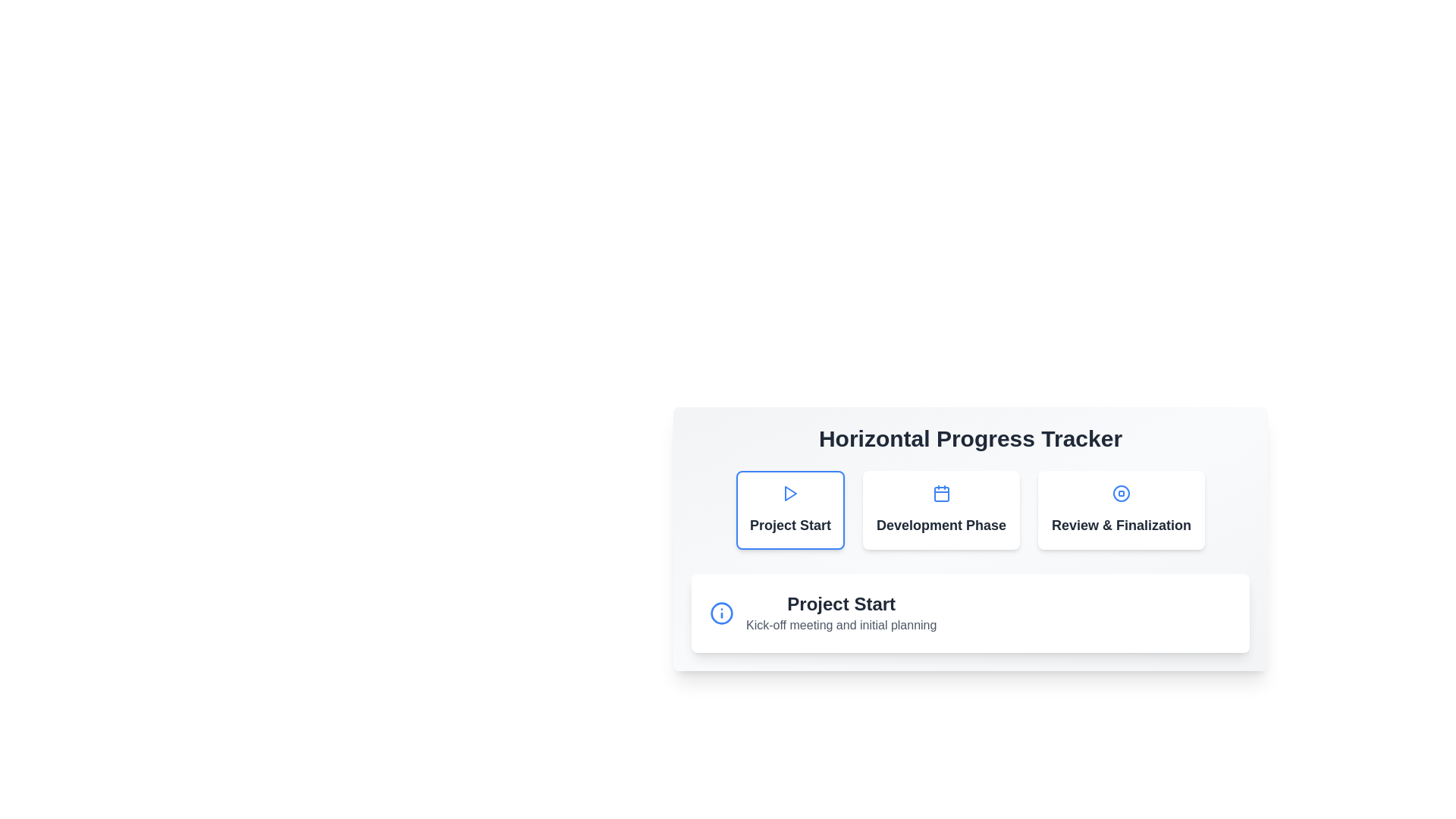 This screenshot has width=1456, height=819. I want to click on bold header text 'Horizontal Progress Tracker' which indicates the purpose of the section containing project phases, so click(971, 438).